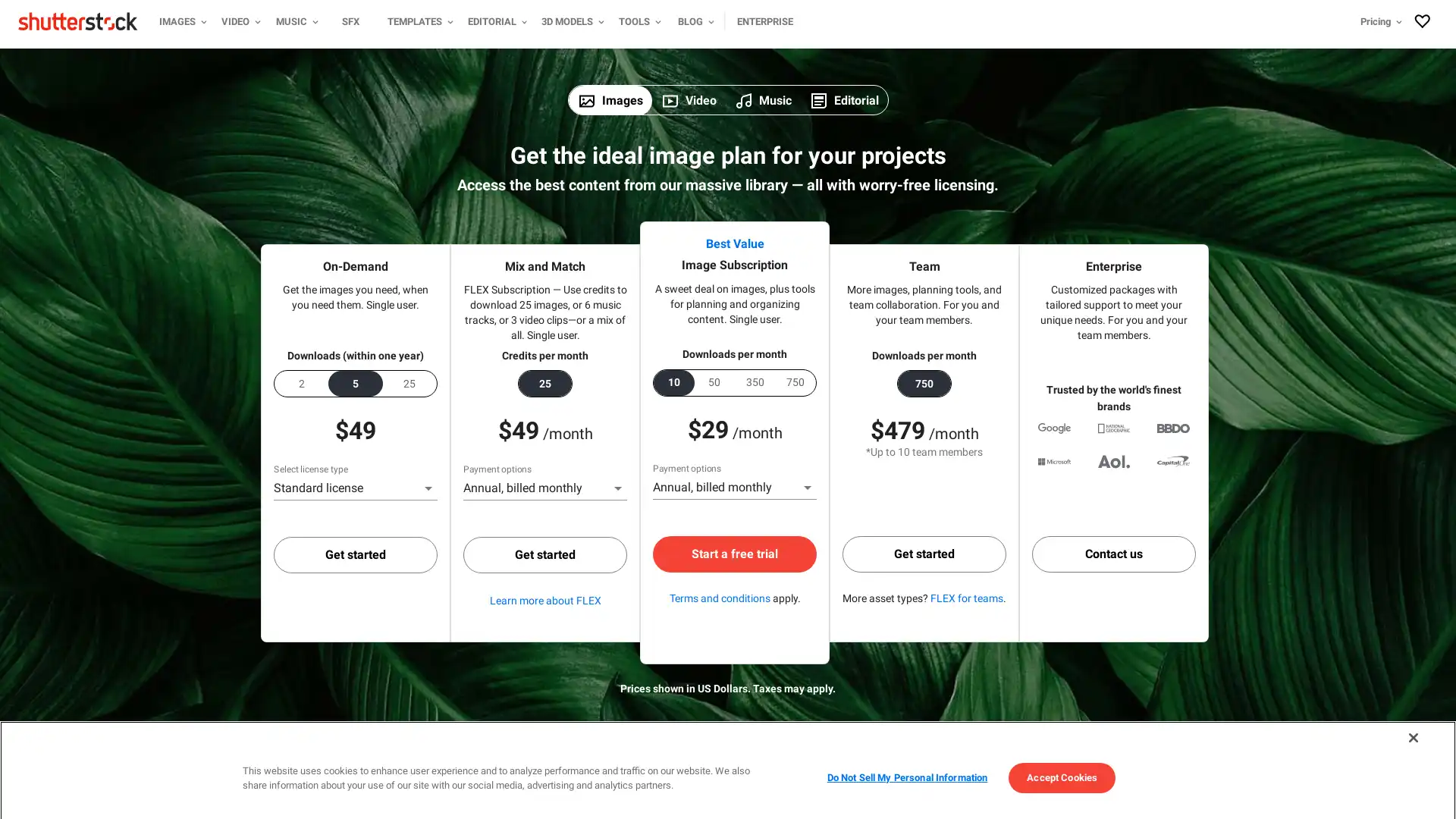 This screenshot has height=819, width=1456. Describe the element at coordinates (1061, 761) in the screenshot. I see `Accept Cookies` at that location.